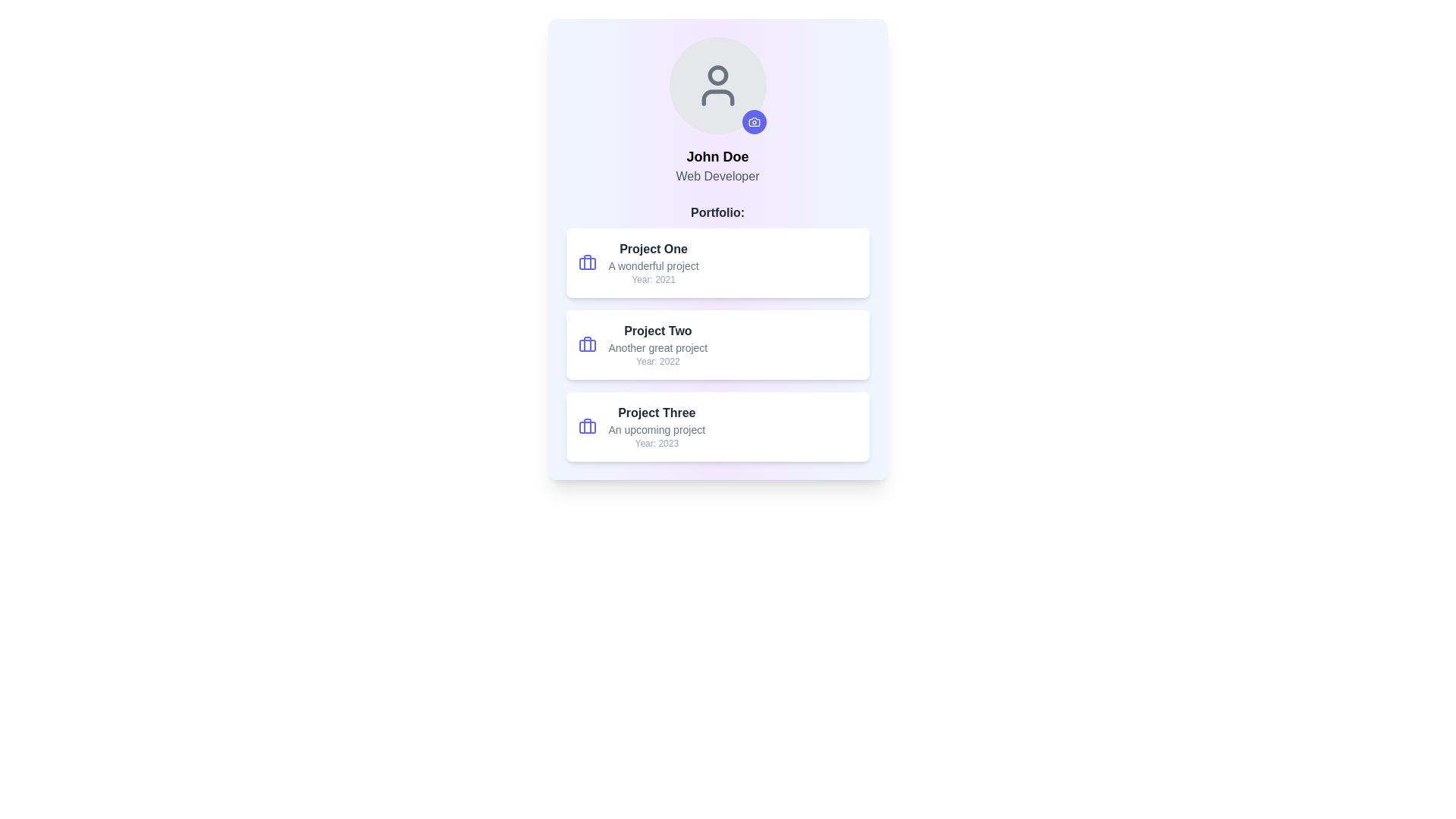  Describe the element at coordinates (754, 121) in the screenshot. I see `the camera icon element at the top section of the profile card, which features a rectangular body with a lens circle and a flash detail` at that location.